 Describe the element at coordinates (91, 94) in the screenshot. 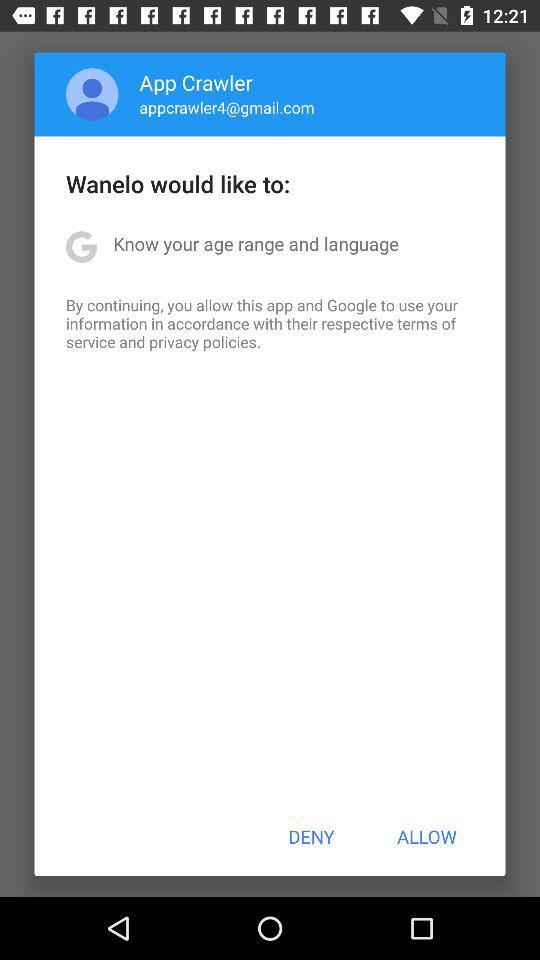

I see `the icon above the wanelo would like item` at that location.